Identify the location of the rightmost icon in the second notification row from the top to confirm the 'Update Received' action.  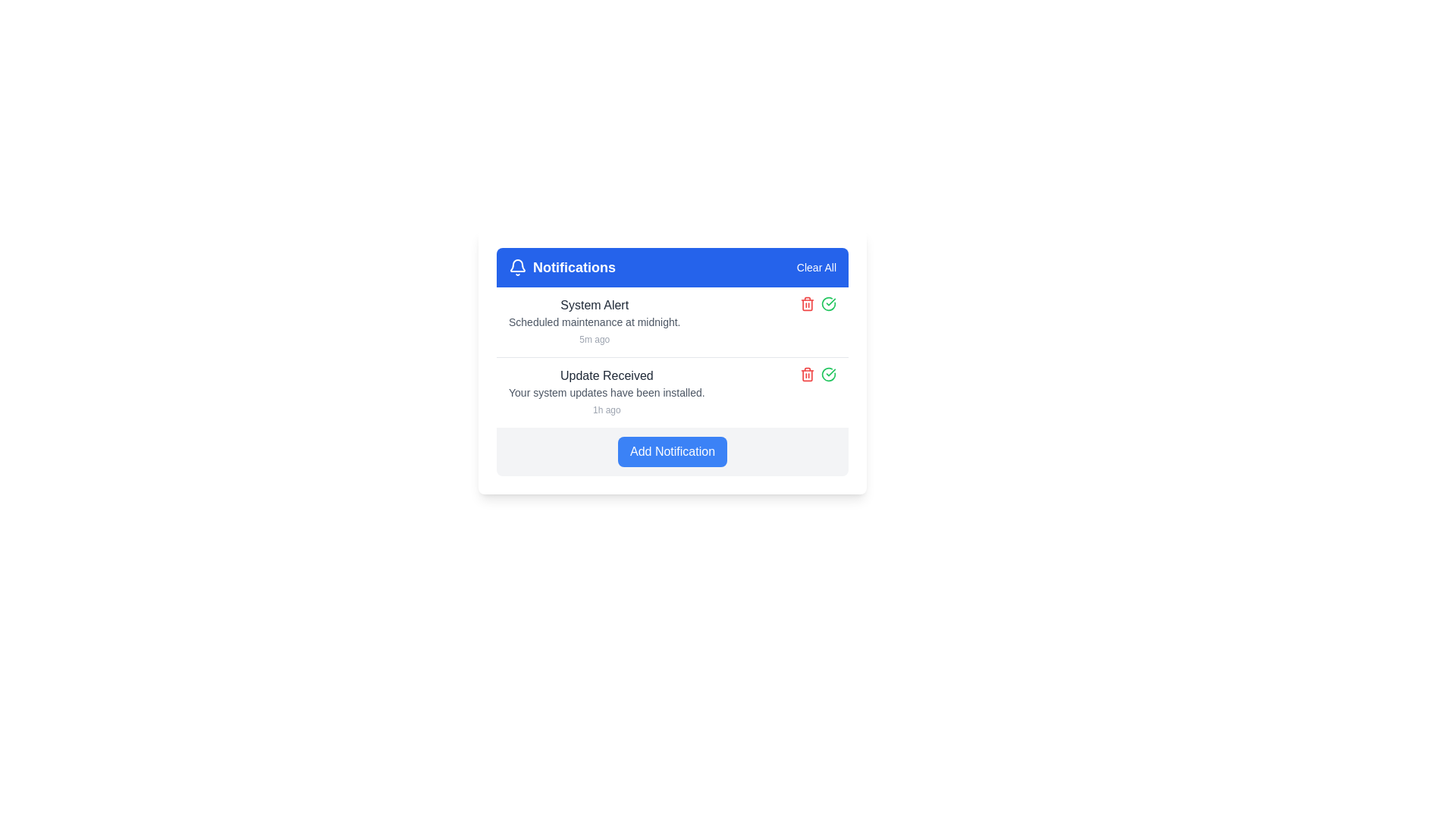
(828, 304).